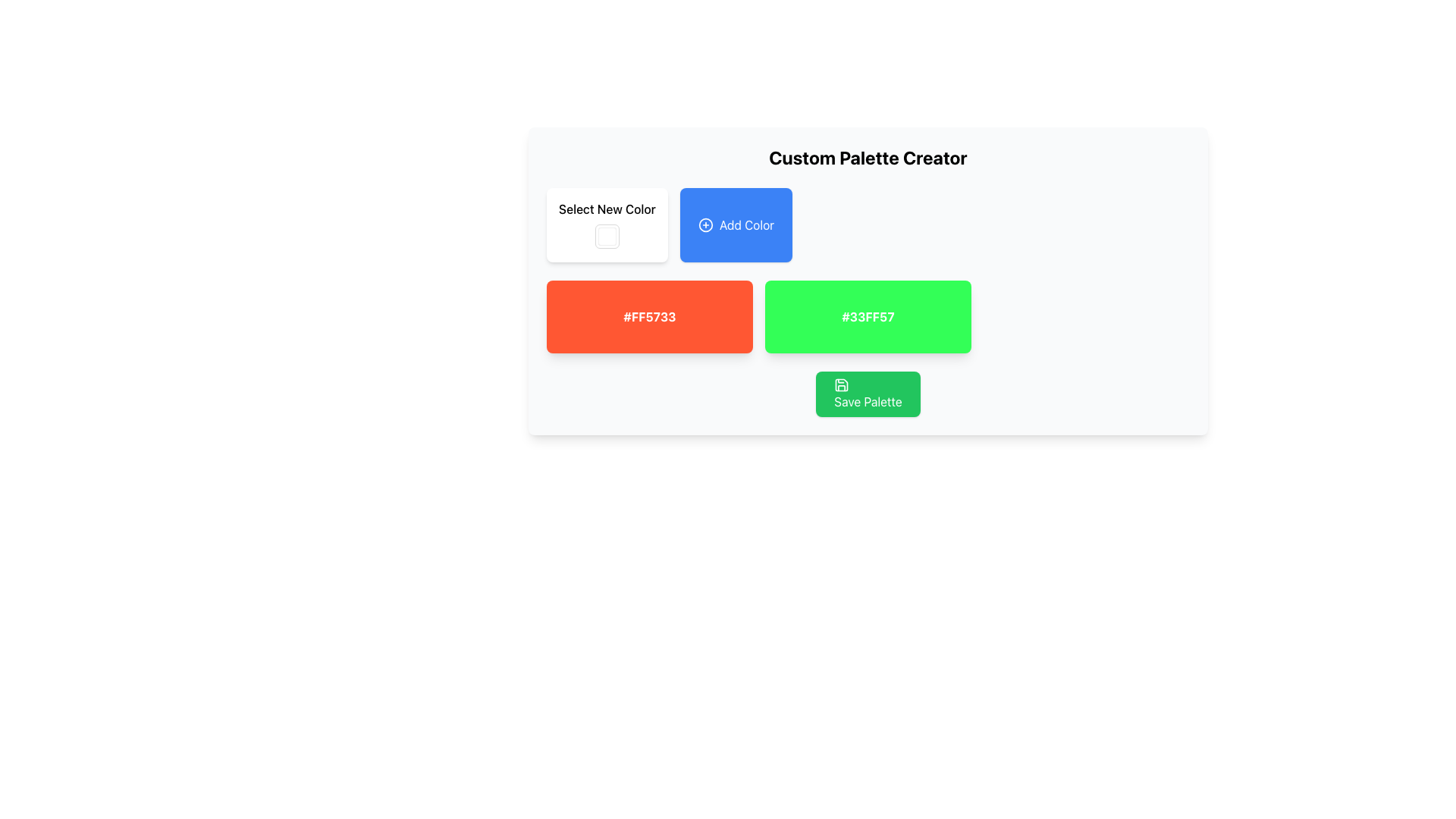 Image resolution: width=1456 pixels, height=819 pixels. I want to click on the Color Picker Preview area located in the 'Select New Color' tile, so click(607, 237).